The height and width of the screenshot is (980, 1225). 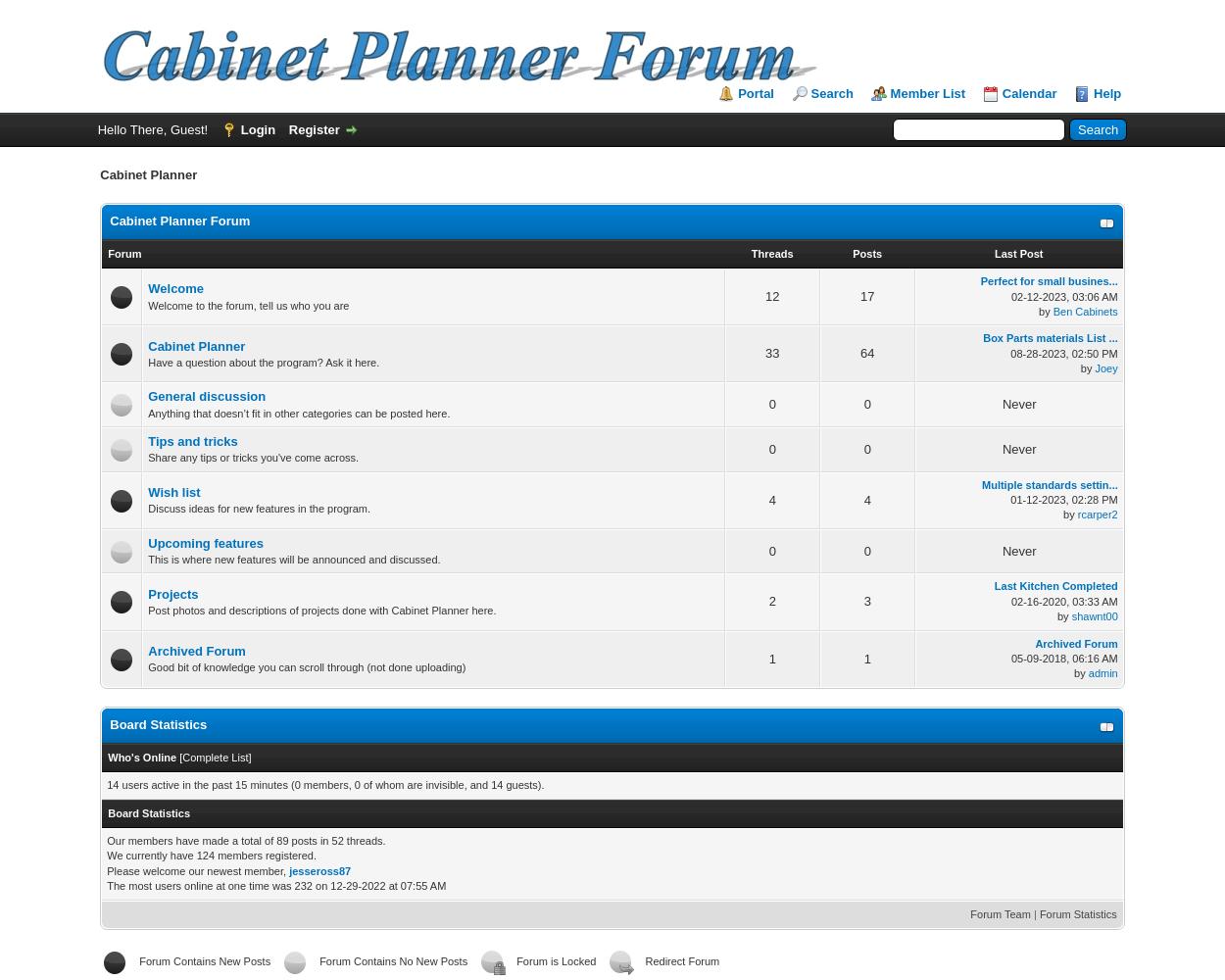 What do you see at coordinates (289, 870) in the screenshot?
I see `'jesseross87'` at bounding box center [289, 870].